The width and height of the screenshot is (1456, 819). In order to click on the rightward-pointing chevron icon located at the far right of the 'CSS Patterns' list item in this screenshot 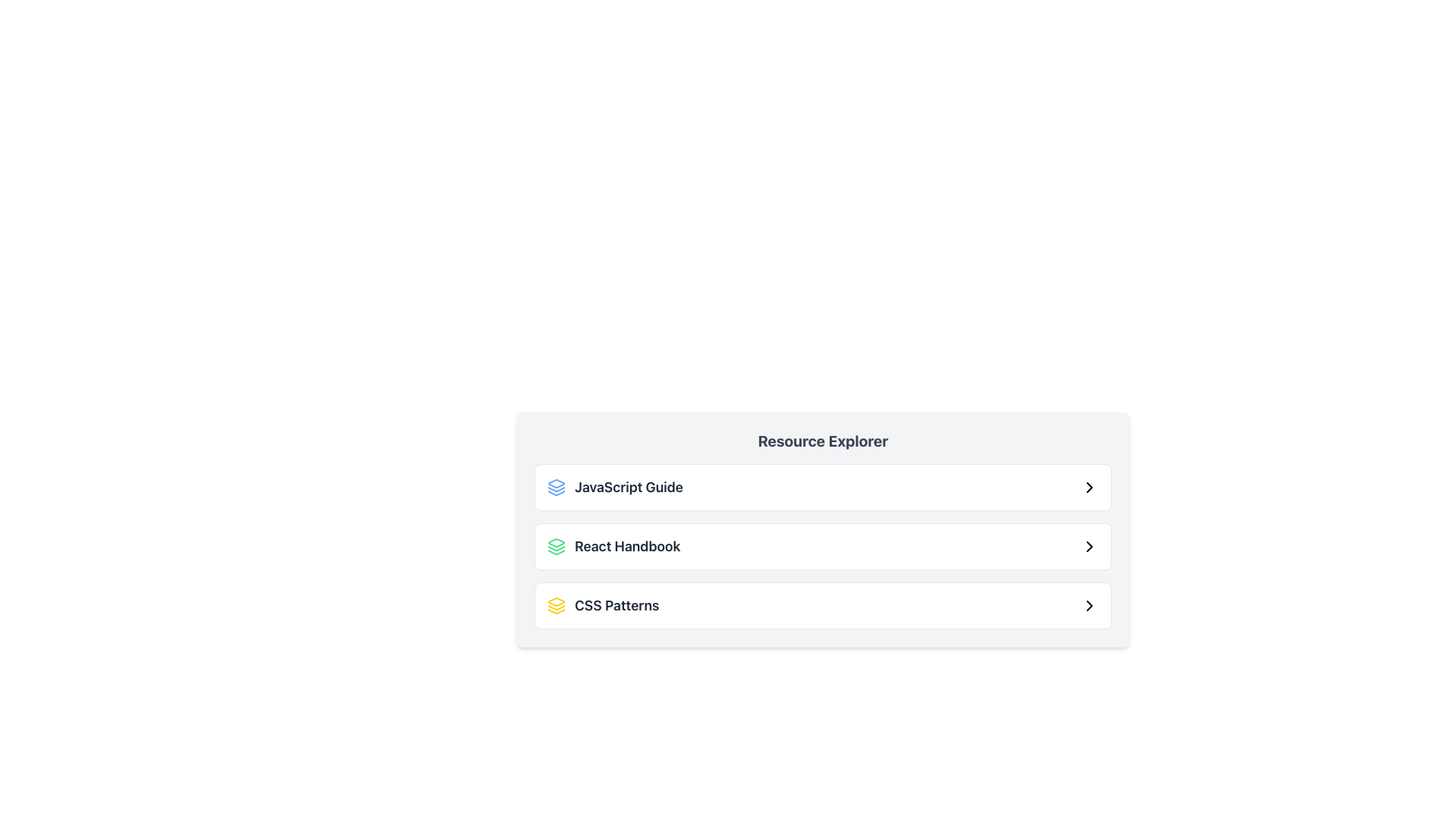, I will do `click(1088, 604)`.